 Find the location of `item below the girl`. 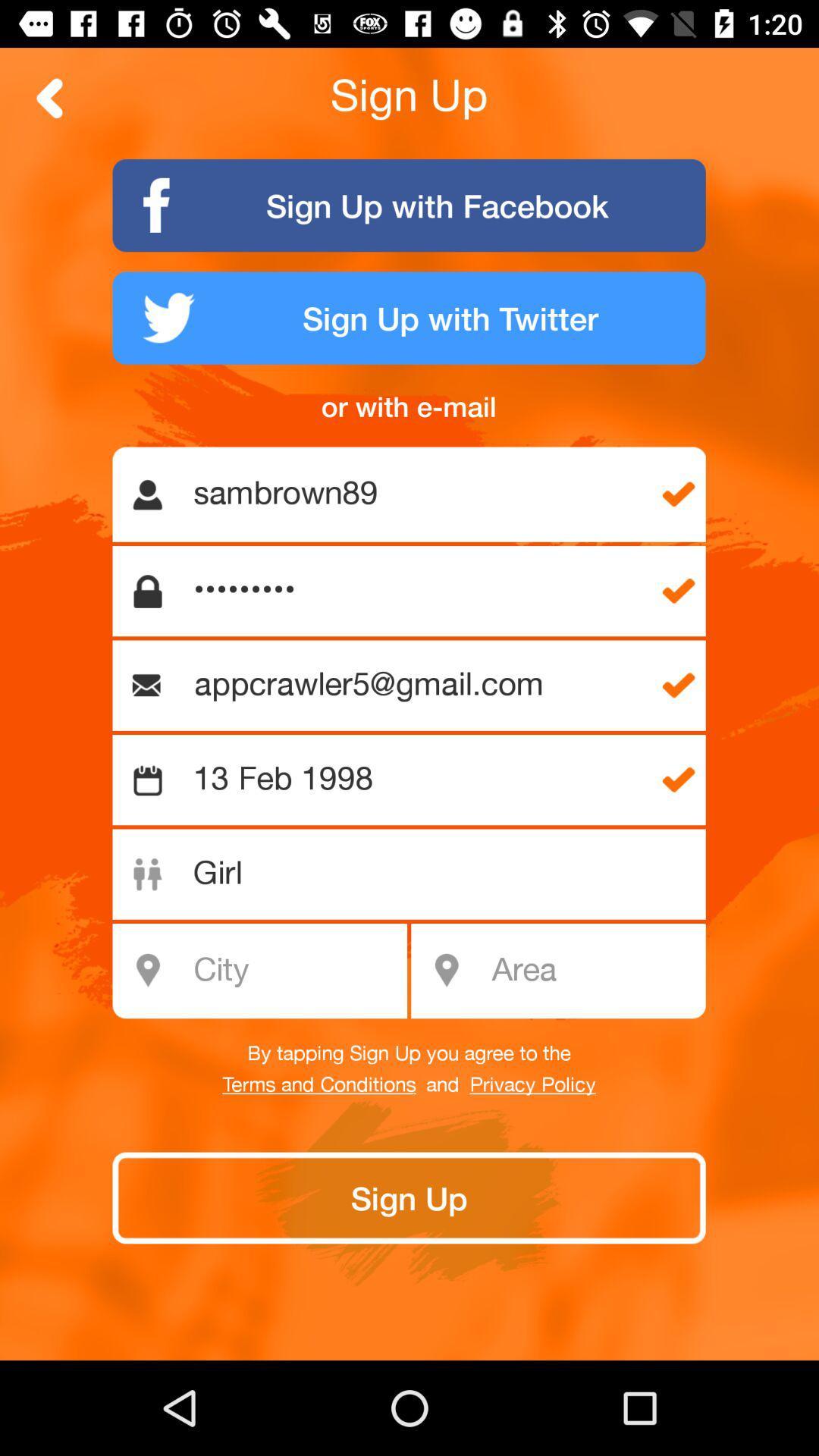

item below the girl is located at coordinates (593, 971).